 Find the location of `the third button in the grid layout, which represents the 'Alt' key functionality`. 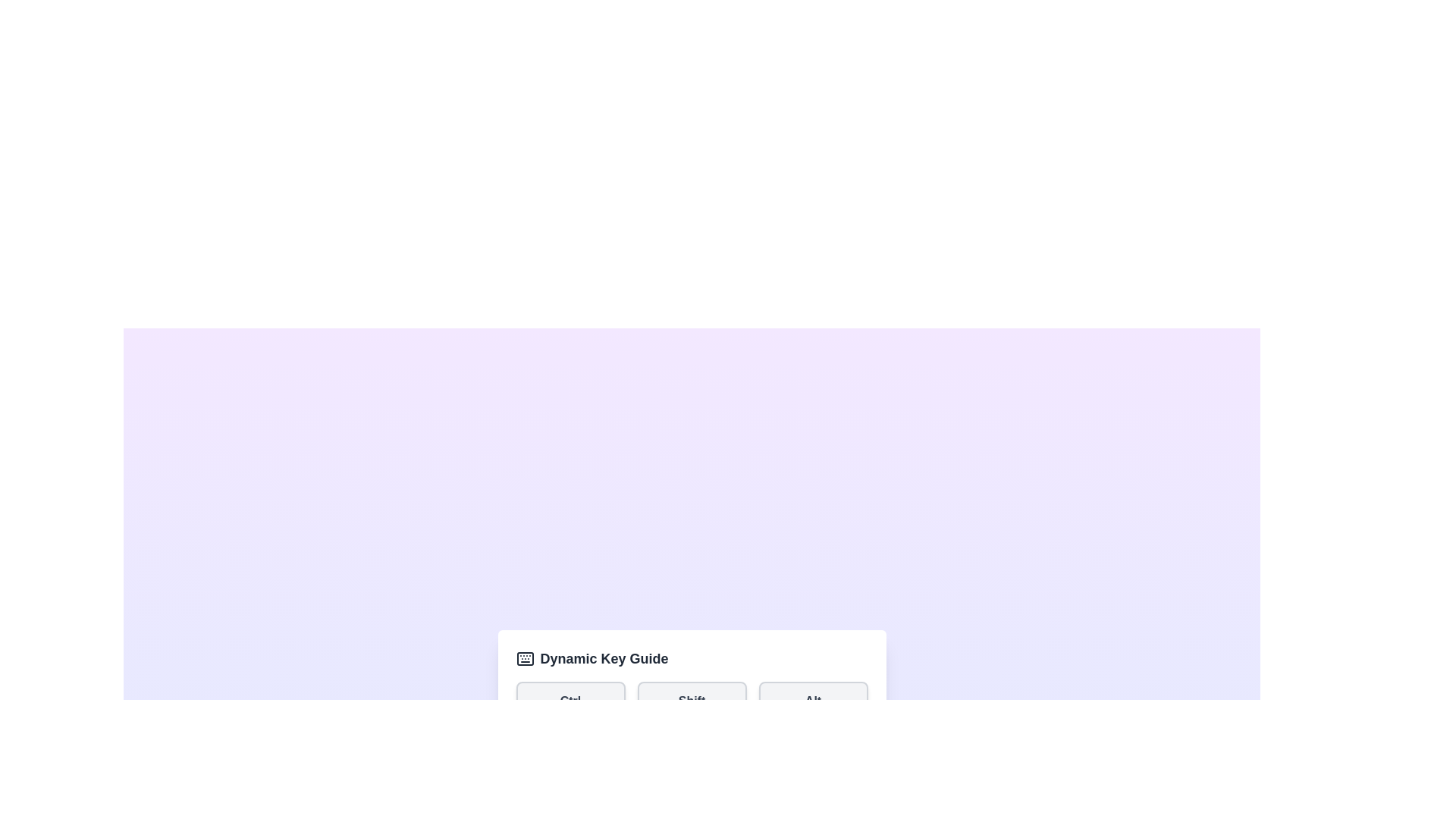

the third button in the grid layout, which represents the 'Alt' key functionality is located at coordinates (812, 701).